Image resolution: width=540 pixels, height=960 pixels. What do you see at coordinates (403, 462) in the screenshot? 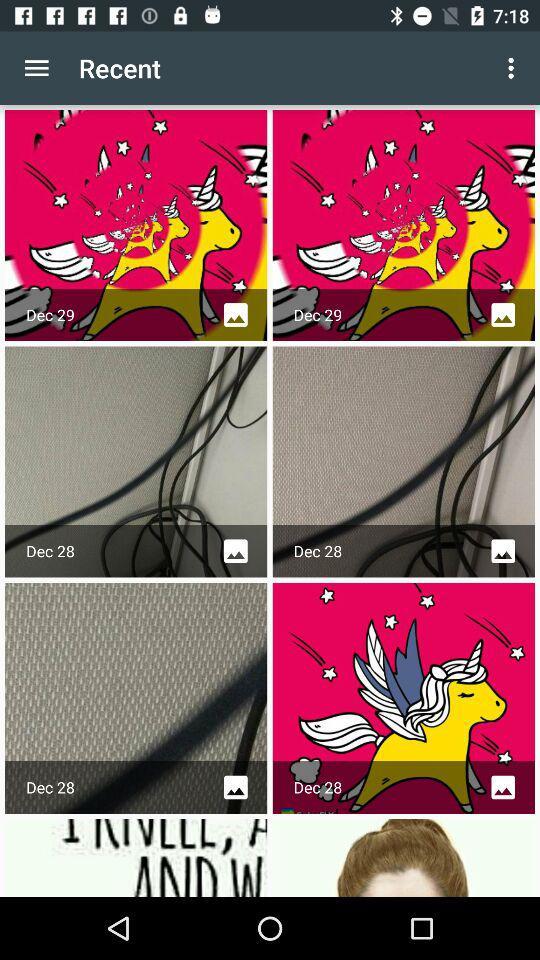
I see `the fourth image below menu bar` at bounding box center [403, 462].